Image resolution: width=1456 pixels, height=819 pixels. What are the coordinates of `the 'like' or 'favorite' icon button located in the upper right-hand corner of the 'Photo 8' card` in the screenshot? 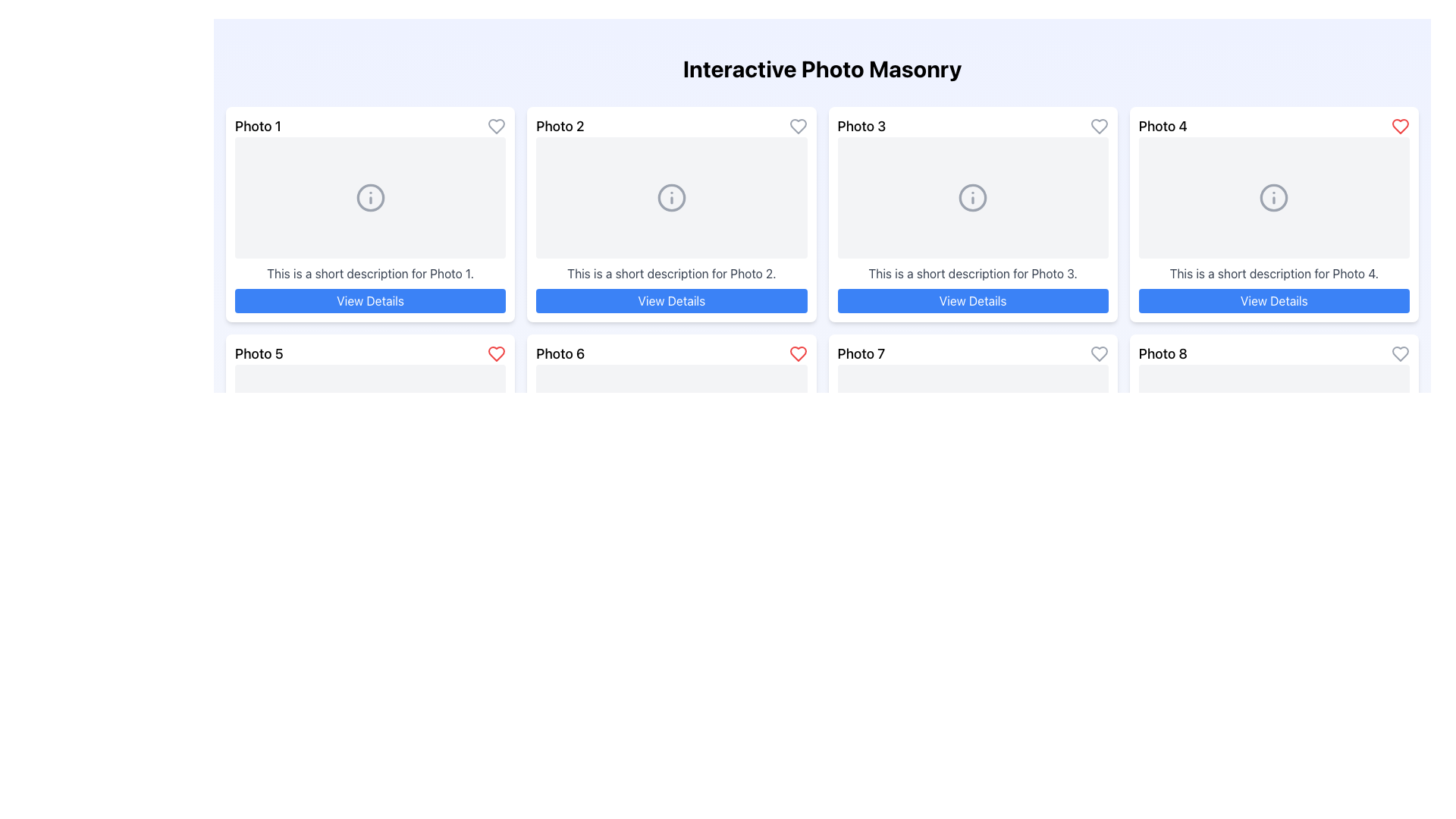 It's located at (1400, 353).